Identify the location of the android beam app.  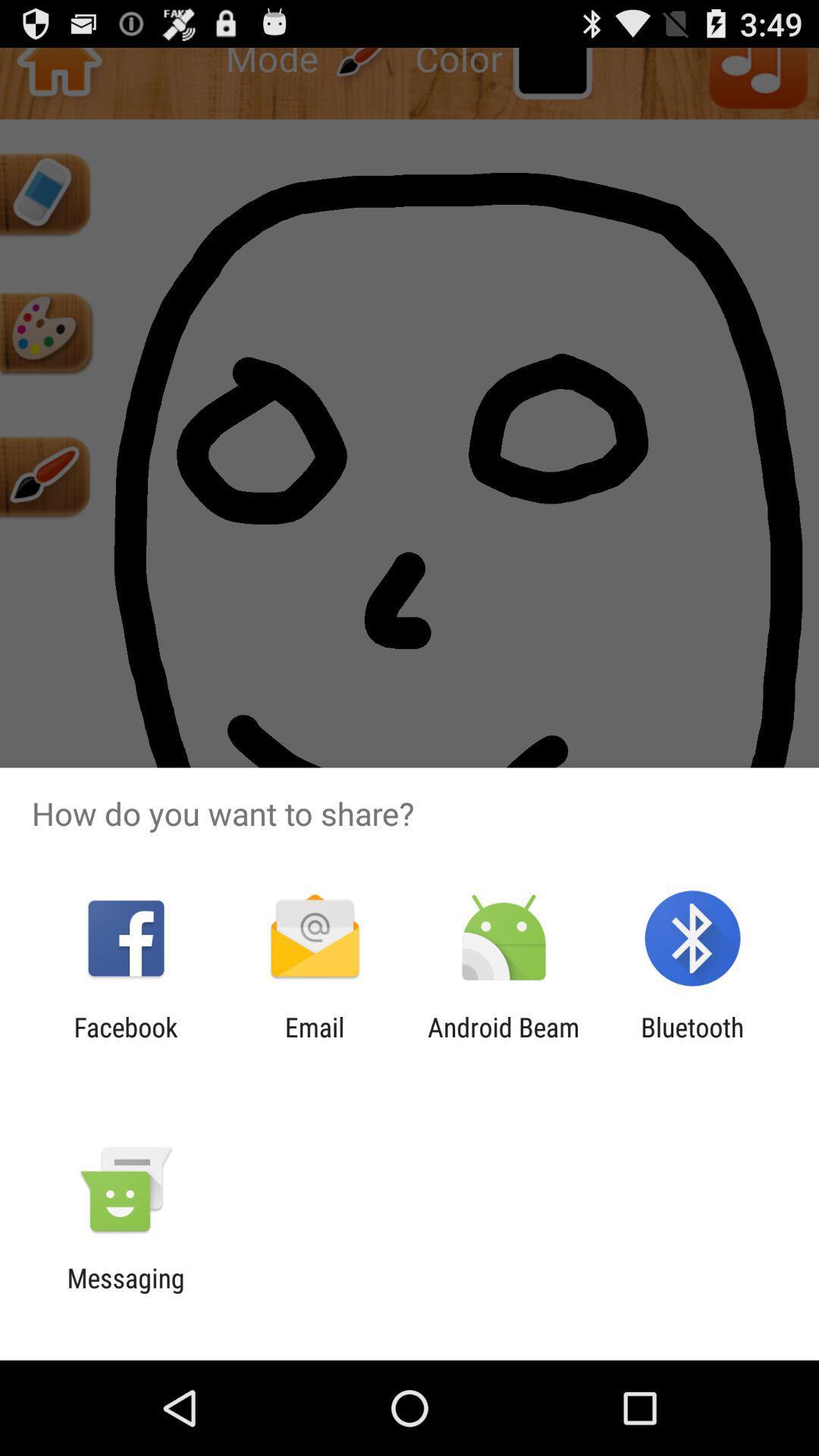
(504, 1042).